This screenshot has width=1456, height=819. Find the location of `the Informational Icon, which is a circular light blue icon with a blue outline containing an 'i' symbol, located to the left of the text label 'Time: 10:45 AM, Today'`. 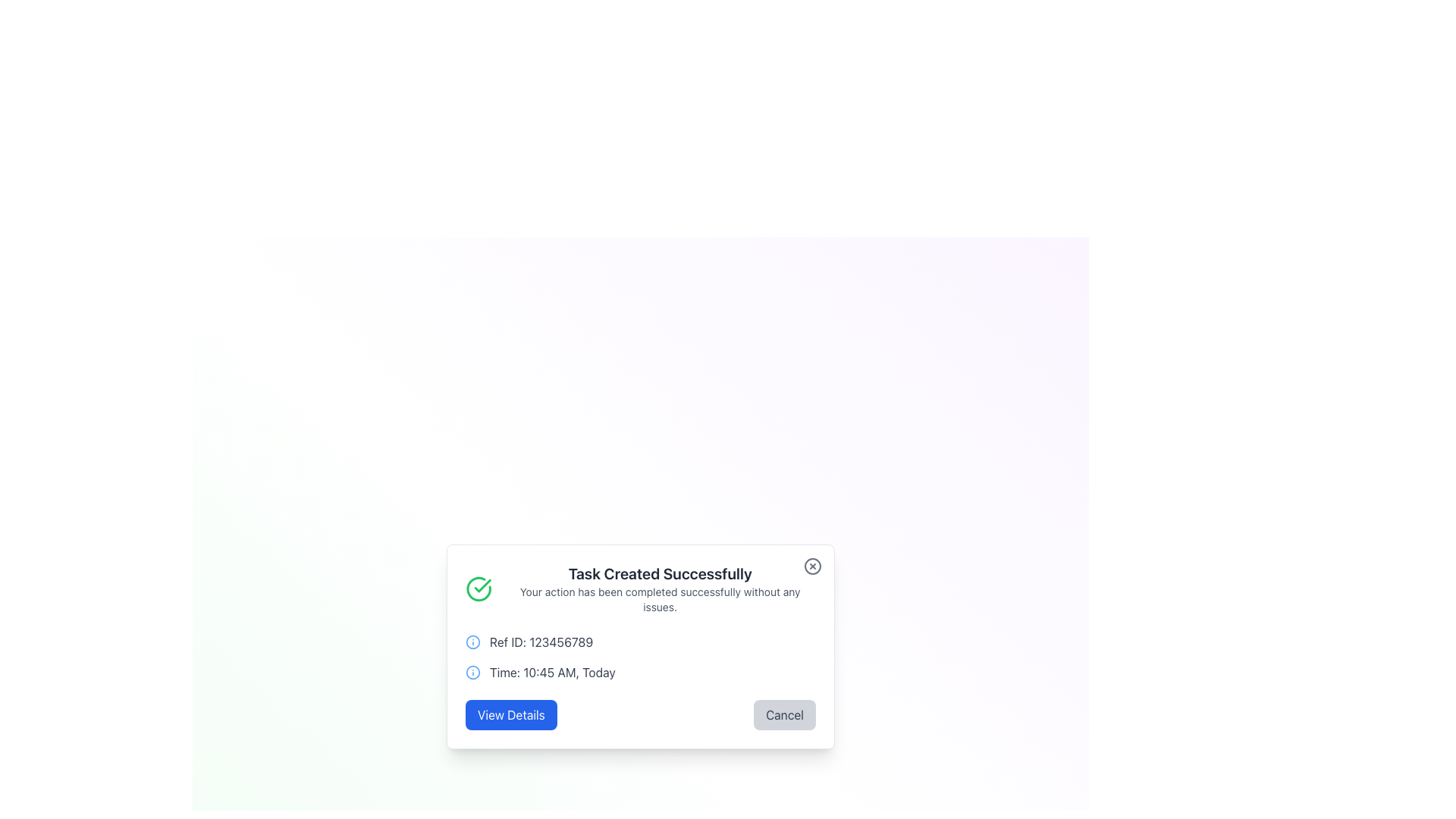

the Informational Icon, which is a circular light blue icon with a blue outline containing an 'i' symbol, located to the left of the text label 'Time: 10:45 AM, Today' is located at coordinates (472, 672).